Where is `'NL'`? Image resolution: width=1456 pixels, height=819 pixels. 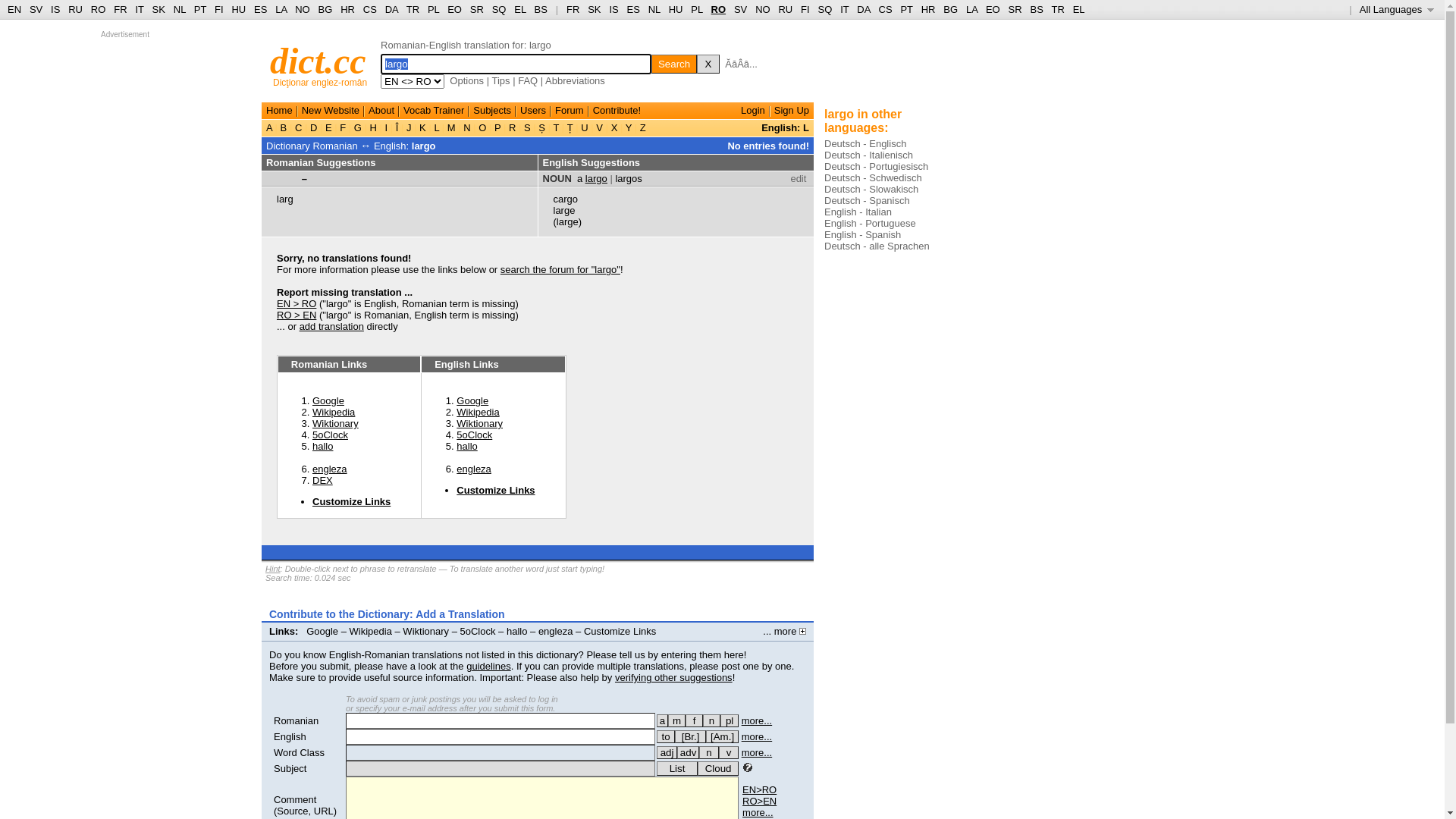
'NL' is located at coordinates (179, 9).